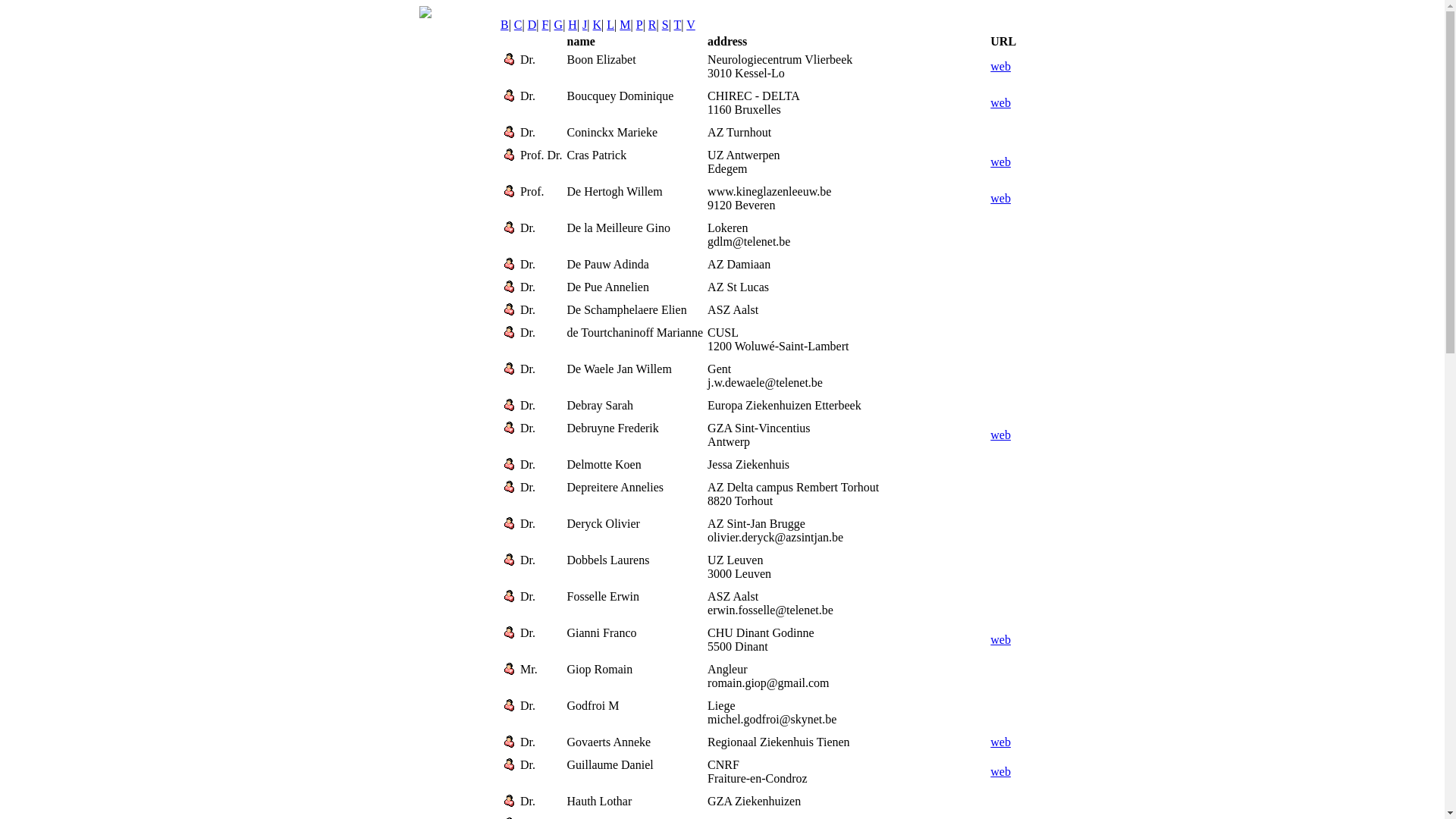  I want to click on 'C', so click(518, 24).